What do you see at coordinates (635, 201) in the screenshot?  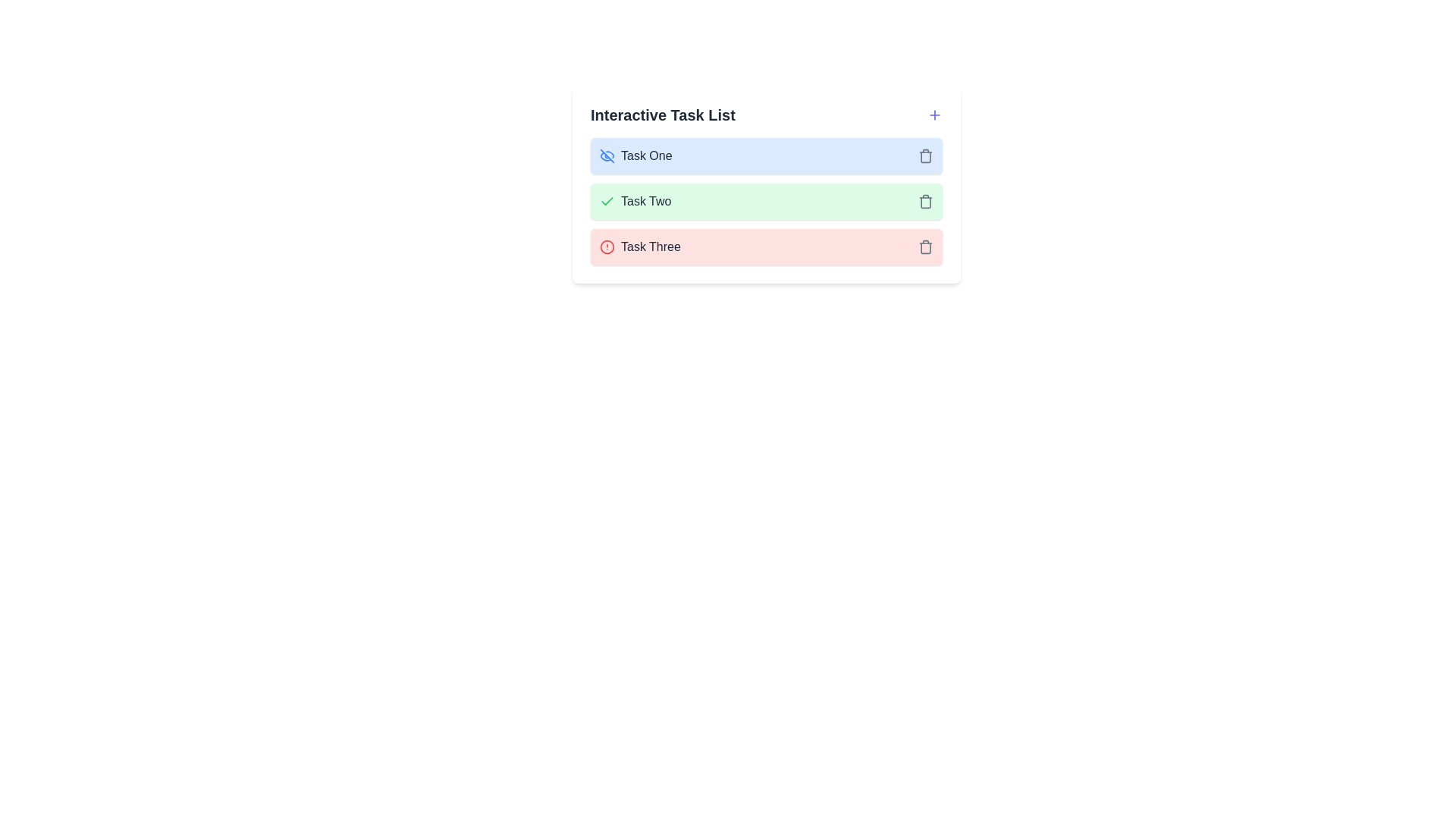 I see `on the 'Task Two' text label, which is displayed in medium gray font and indicates a completed task in the task list, located` at bounding box center [635, 201].